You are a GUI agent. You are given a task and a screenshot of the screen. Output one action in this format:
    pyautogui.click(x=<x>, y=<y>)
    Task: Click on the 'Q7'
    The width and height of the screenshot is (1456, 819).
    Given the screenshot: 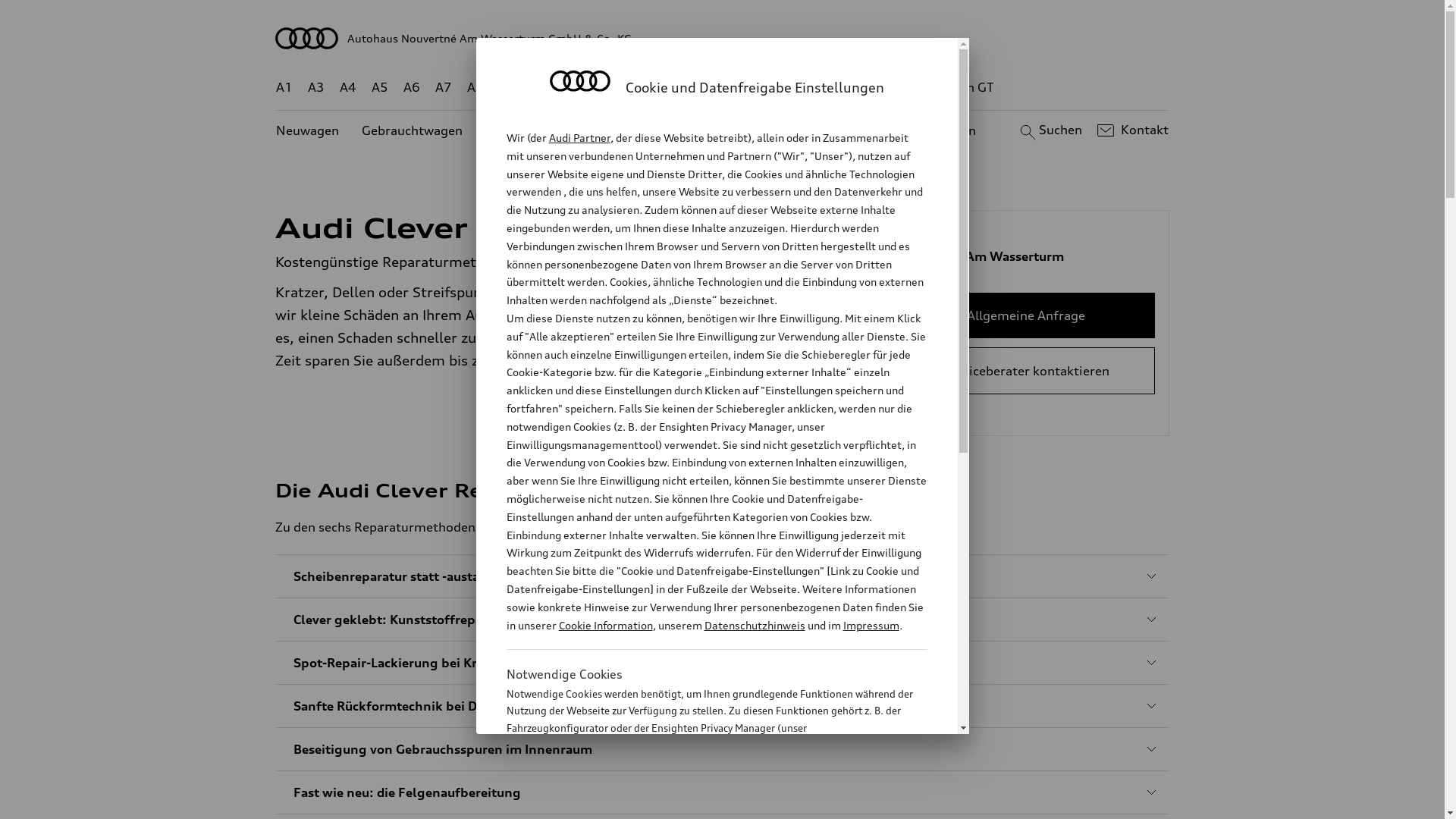 What is the action you would take?
    pyautogui.click(x=677, y=87)
    